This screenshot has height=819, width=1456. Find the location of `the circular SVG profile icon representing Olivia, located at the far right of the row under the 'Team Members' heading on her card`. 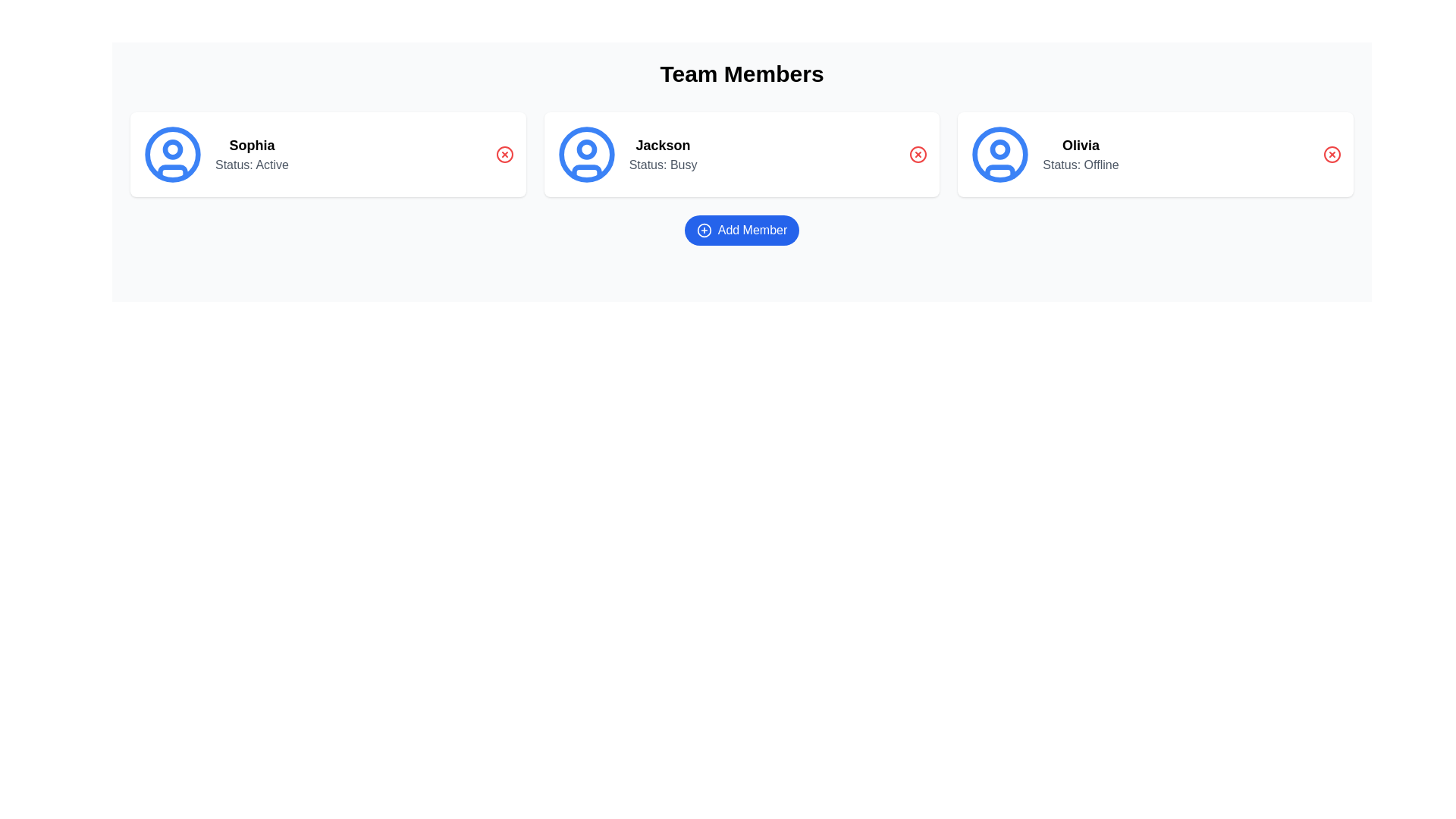

the circular SVG profile icon representing Olivia, located at the far right of the row under the 'Team Members' heading on her card is located at coordinates (1000, 155).